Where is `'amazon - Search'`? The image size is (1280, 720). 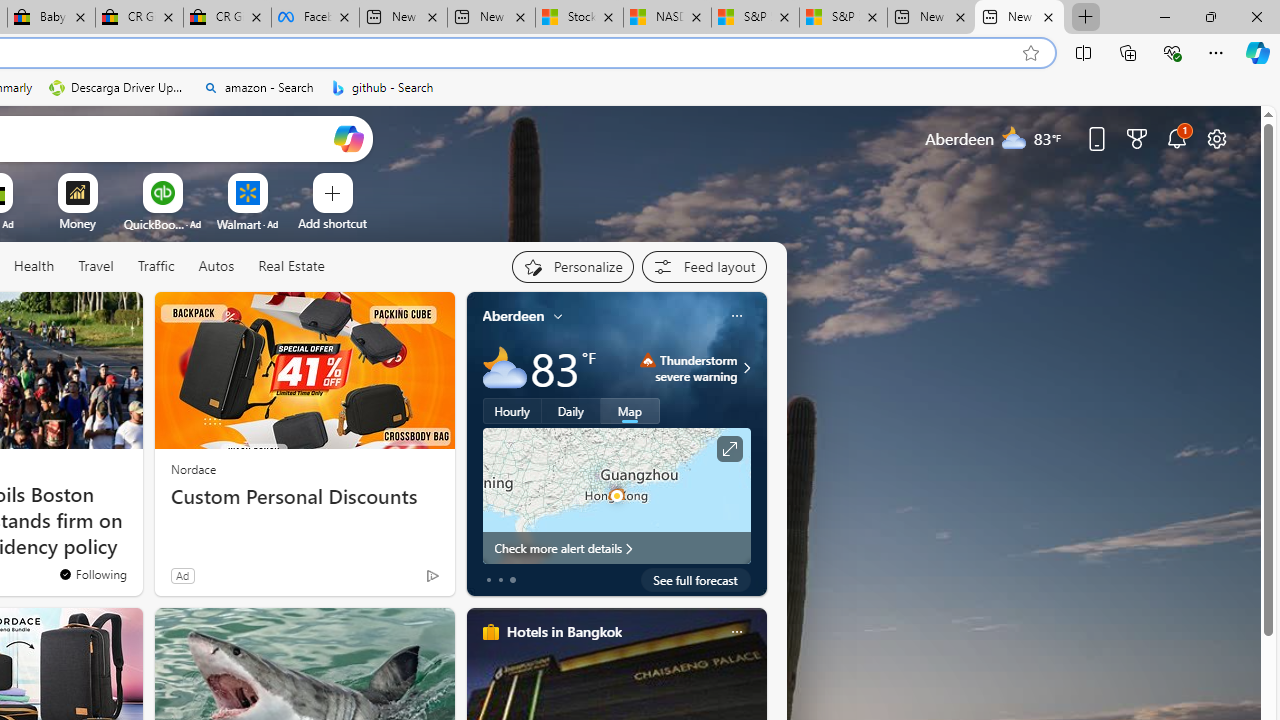
'amazon - Search' is located at coordinates (257, 87).